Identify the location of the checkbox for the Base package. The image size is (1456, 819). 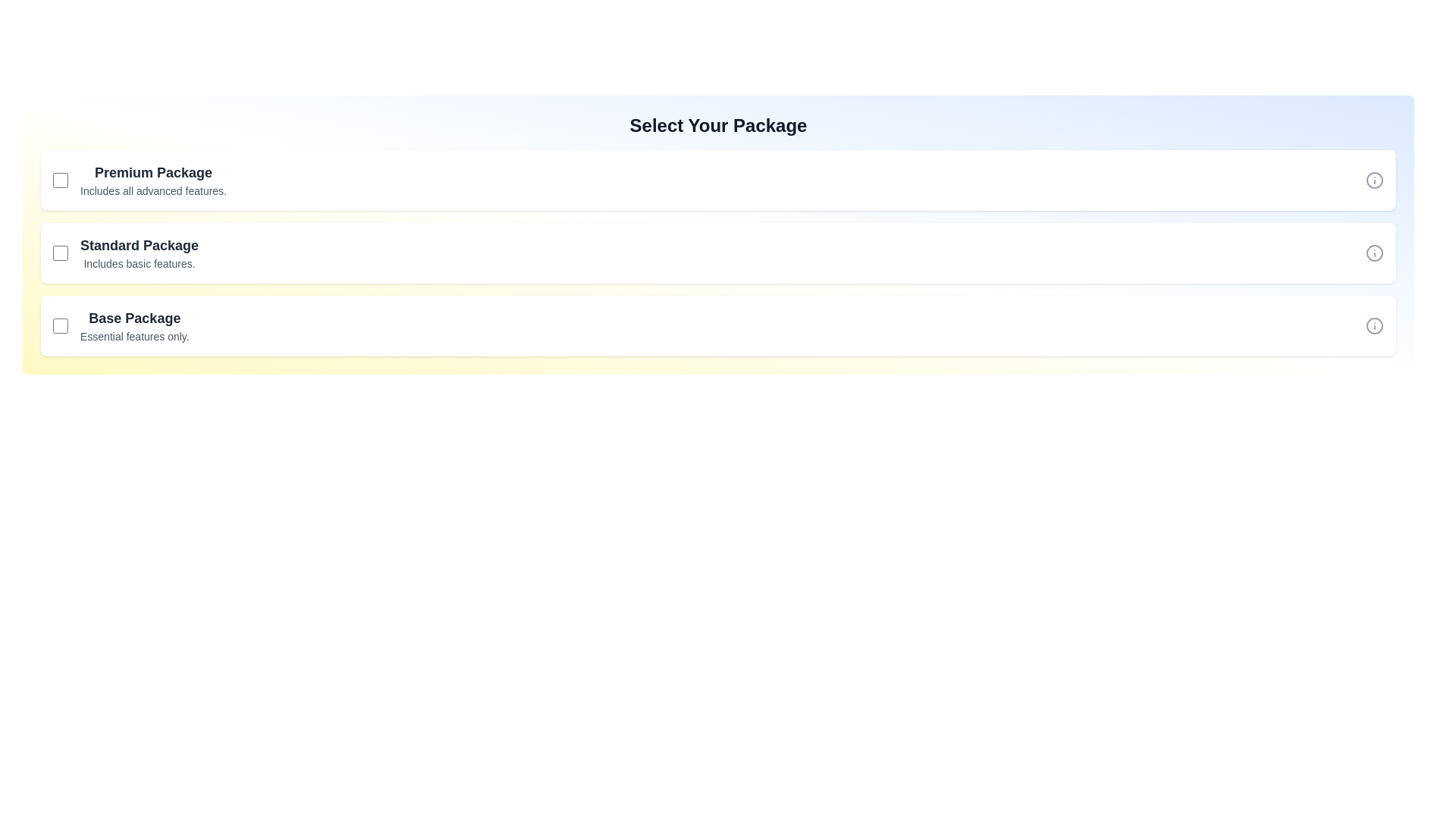
(61, 325).